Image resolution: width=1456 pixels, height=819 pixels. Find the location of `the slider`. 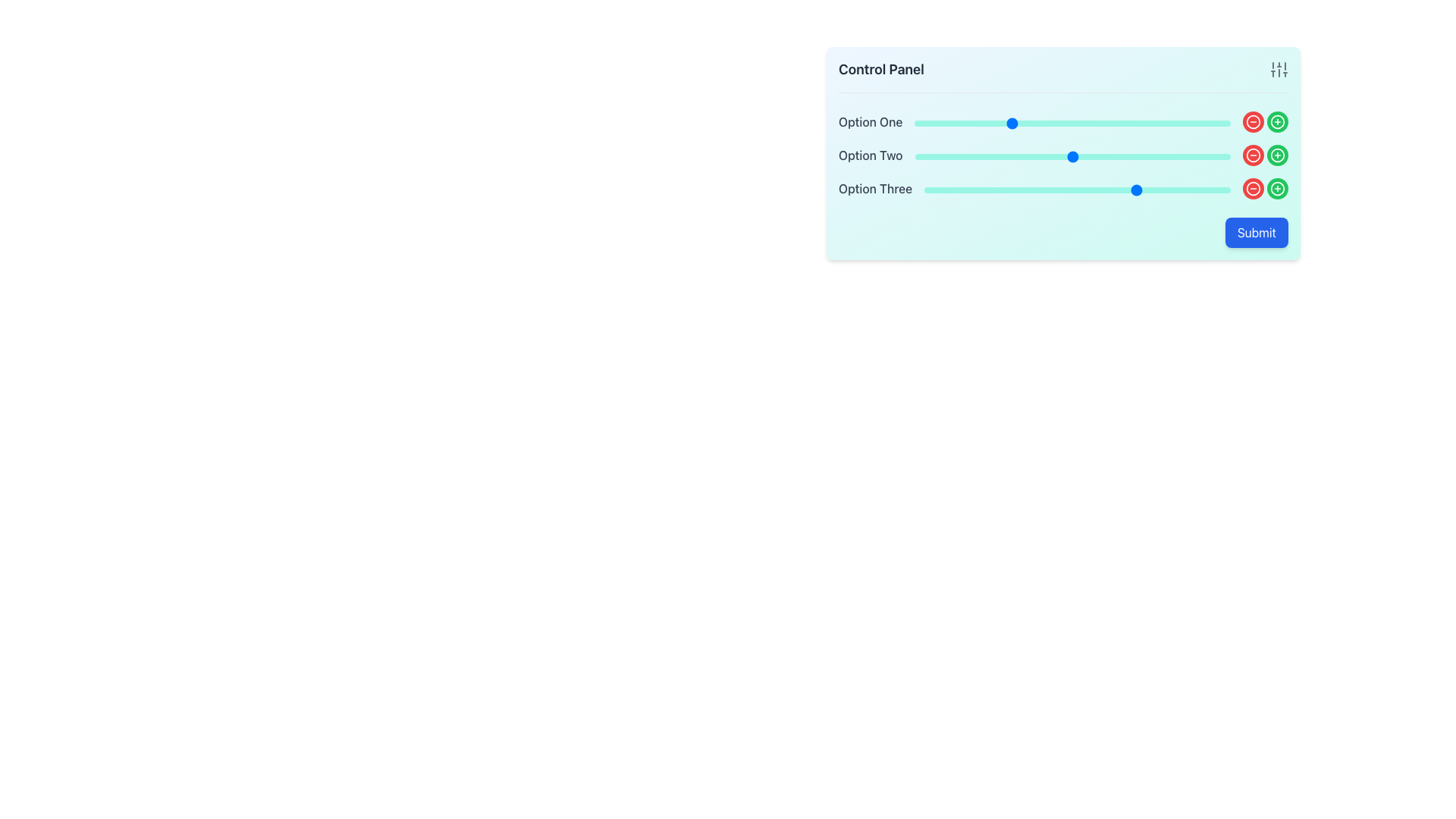

the slider is located at coordinates (993, 157).